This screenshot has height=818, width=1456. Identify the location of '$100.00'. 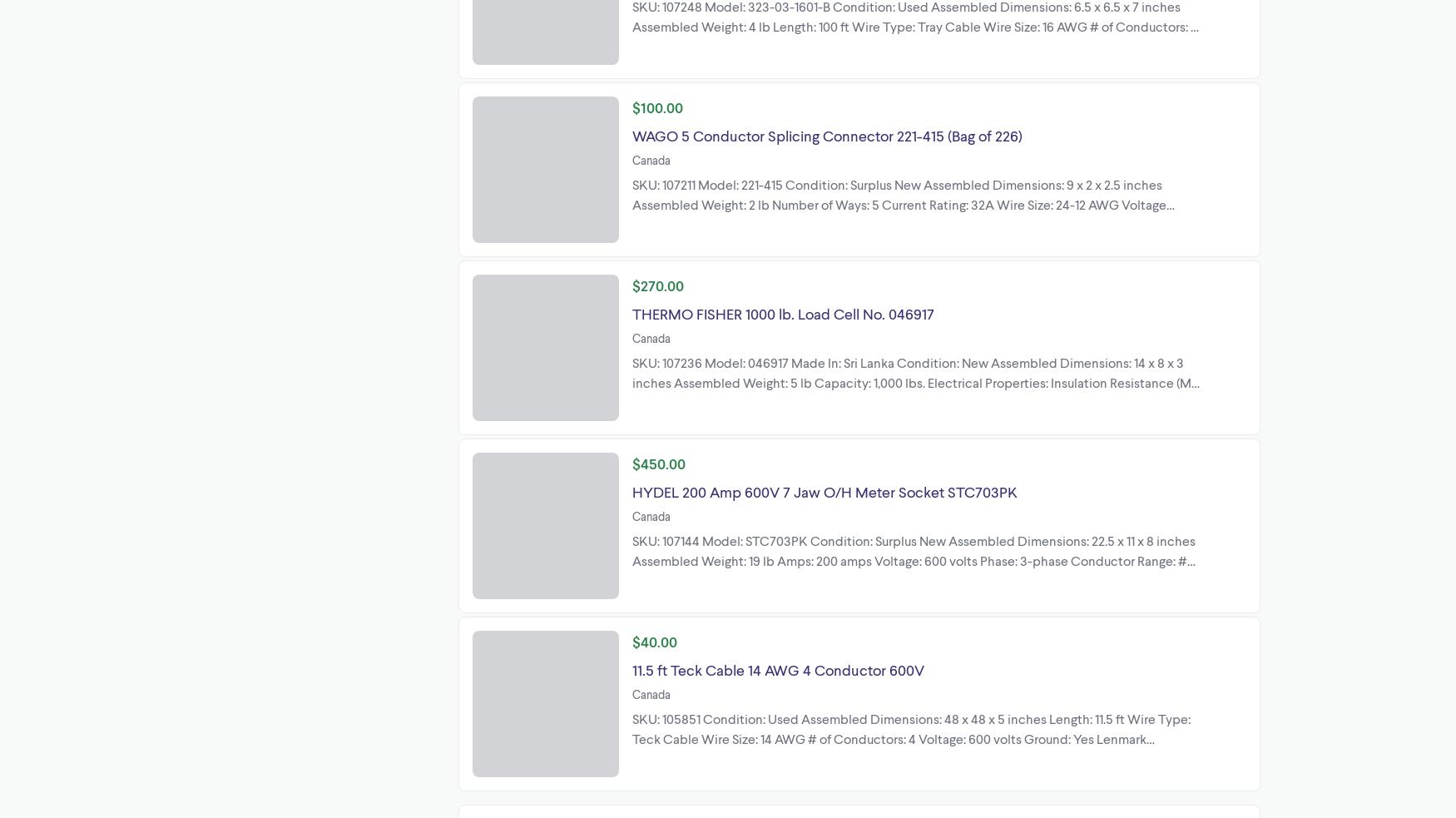
(656, 105).